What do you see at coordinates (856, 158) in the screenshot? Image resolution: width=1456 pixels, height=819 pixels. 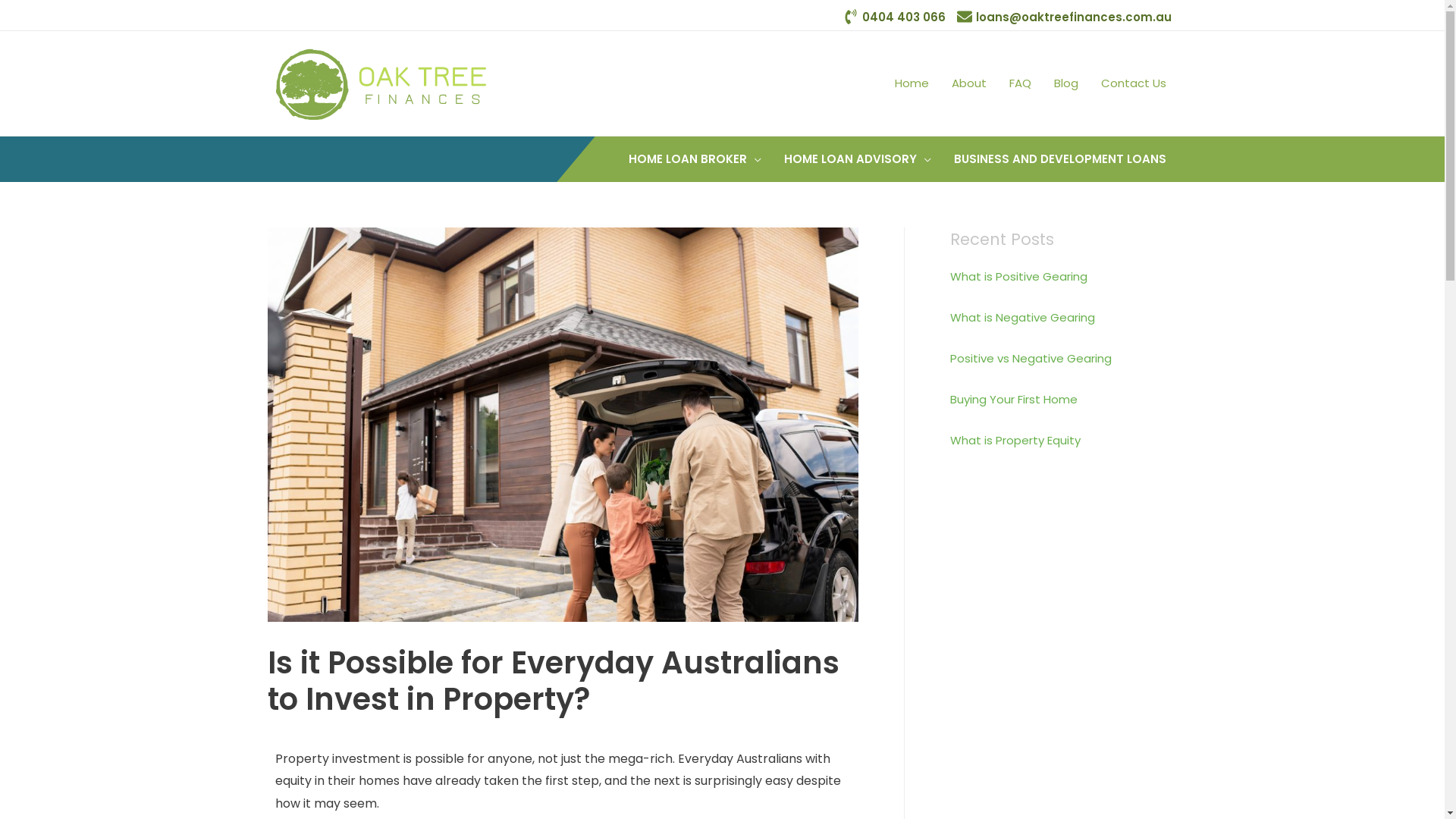 I see `'HOME LOAN ADVISORY'` at bounding box center [856, 158].